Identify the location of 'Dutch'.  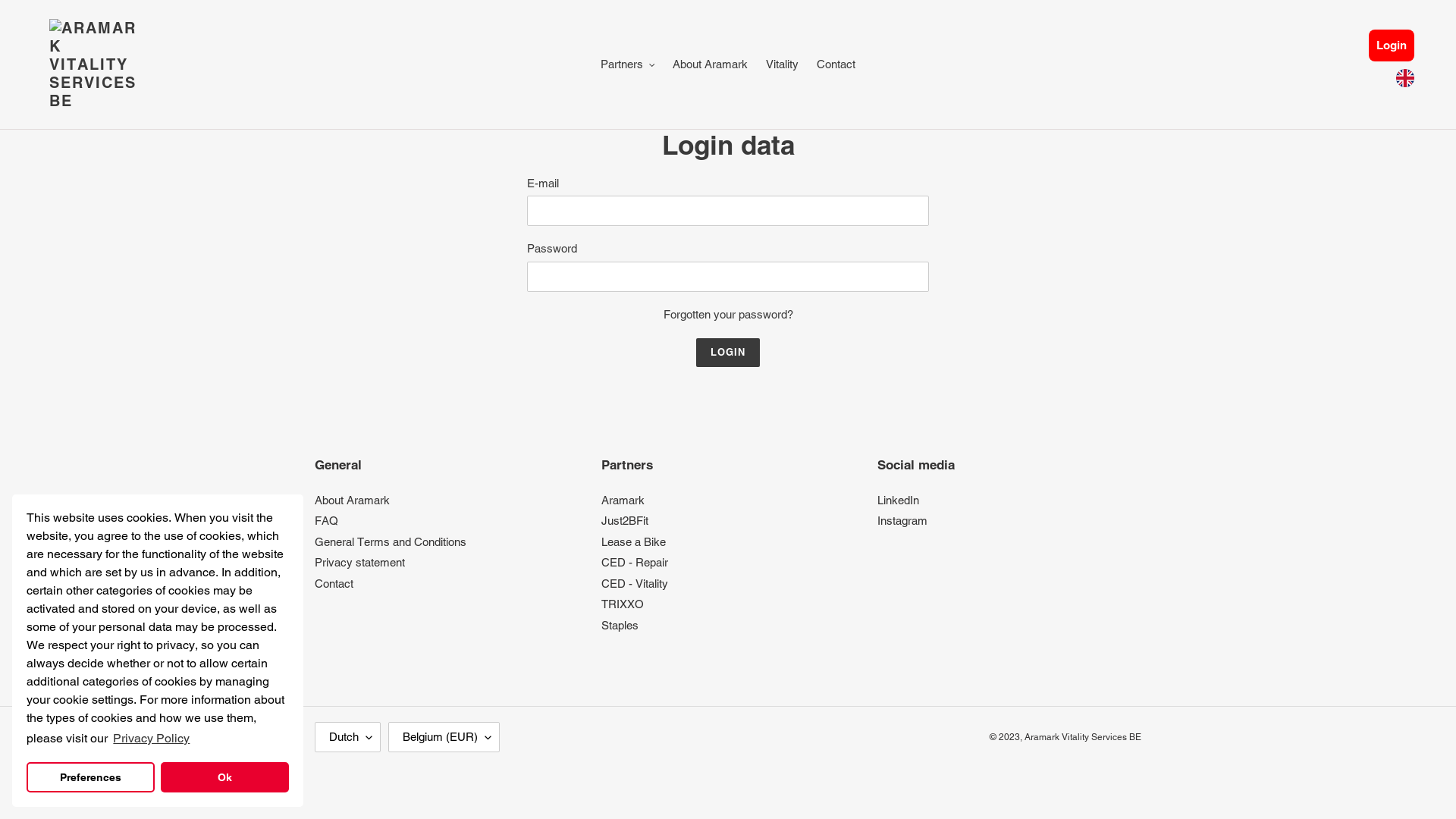
(347, 736).